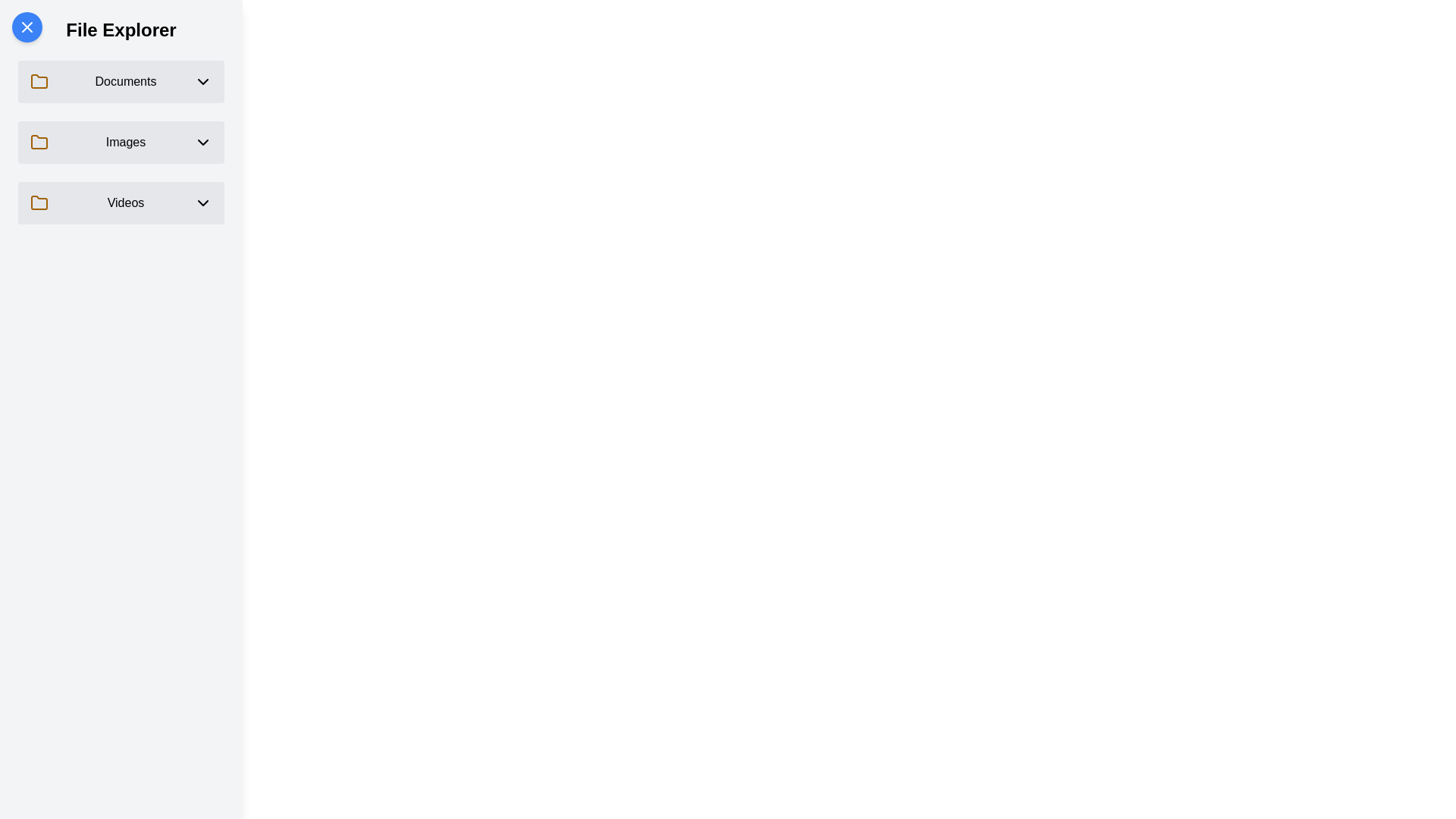 This screenshot has width=1456, height=819. I want to click on the Interactive Icon (Chevron Down), so click(202, 82).